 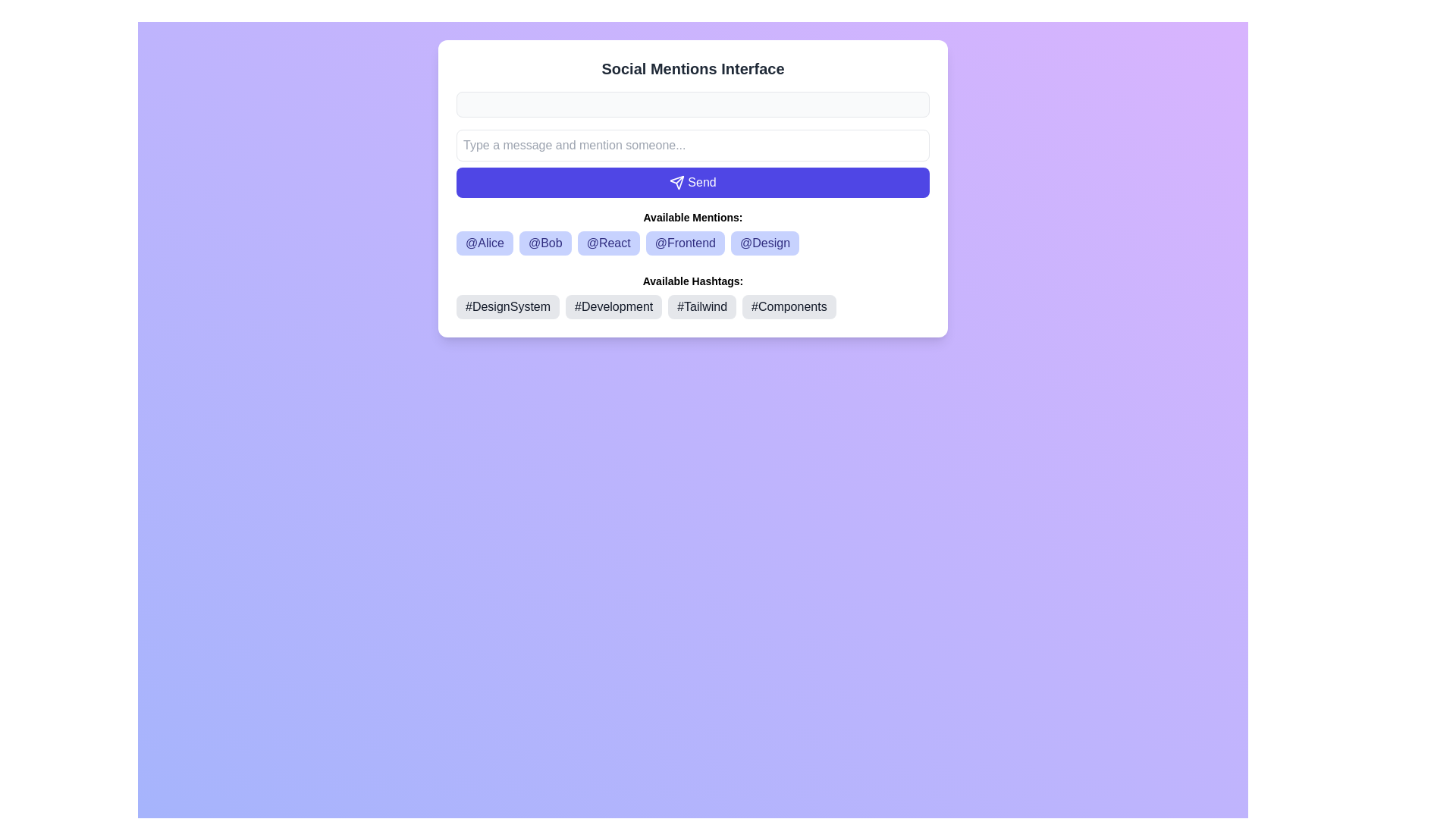 I want to click on one of the tags in the group of labels styled as buttons, which are rectangular with rounded corners, light gray background, and dark gray text, located below the 'Available Hashtags:' label, so click(x=692, y=307).